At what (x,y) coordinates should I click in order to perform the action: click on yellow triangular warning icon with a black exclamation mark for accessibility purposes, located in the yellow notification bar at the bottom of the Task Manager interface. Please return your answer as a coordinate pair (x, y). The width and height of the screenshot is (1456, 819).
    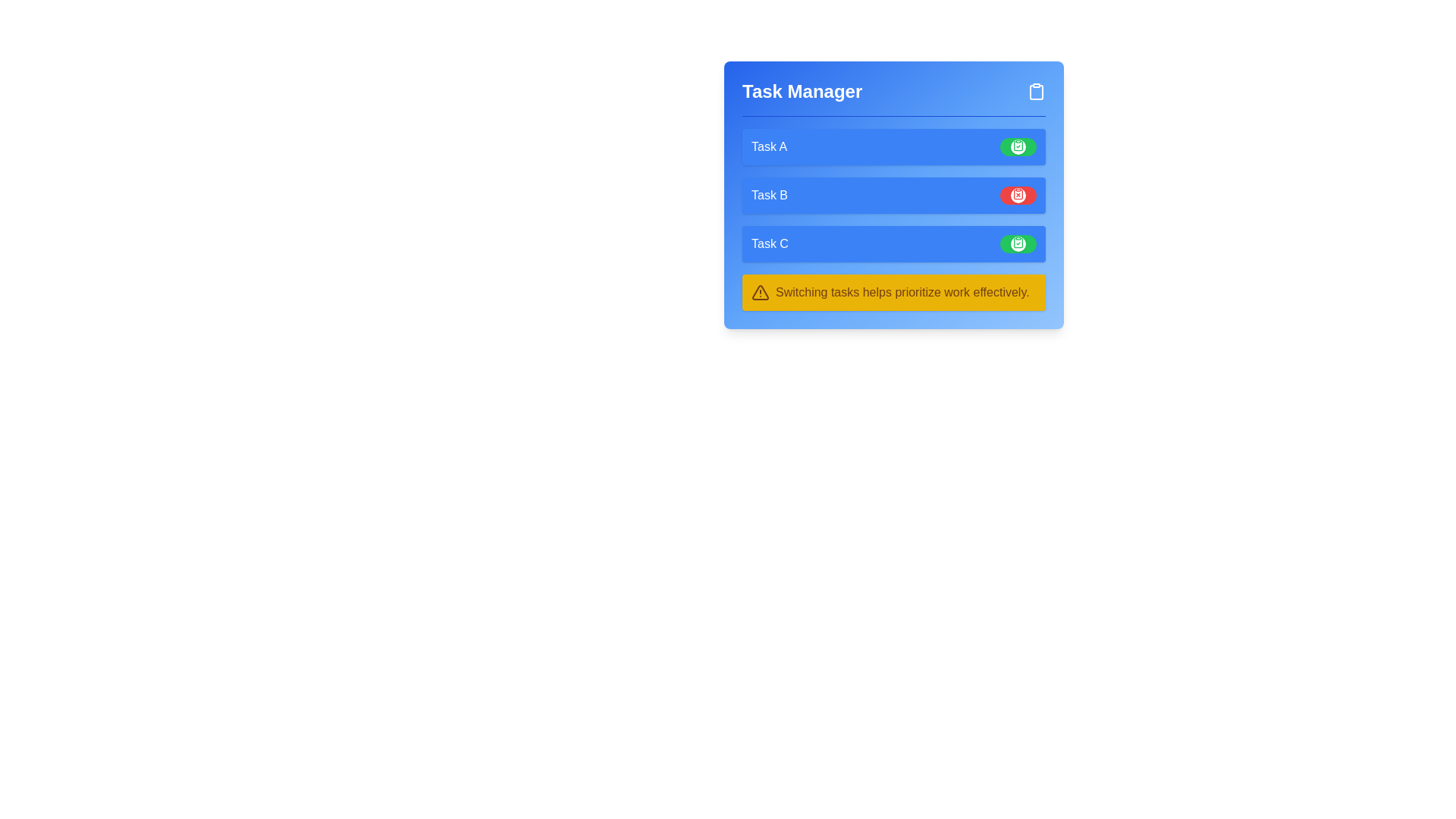
    Looking at the image, I should click on (761, 292).